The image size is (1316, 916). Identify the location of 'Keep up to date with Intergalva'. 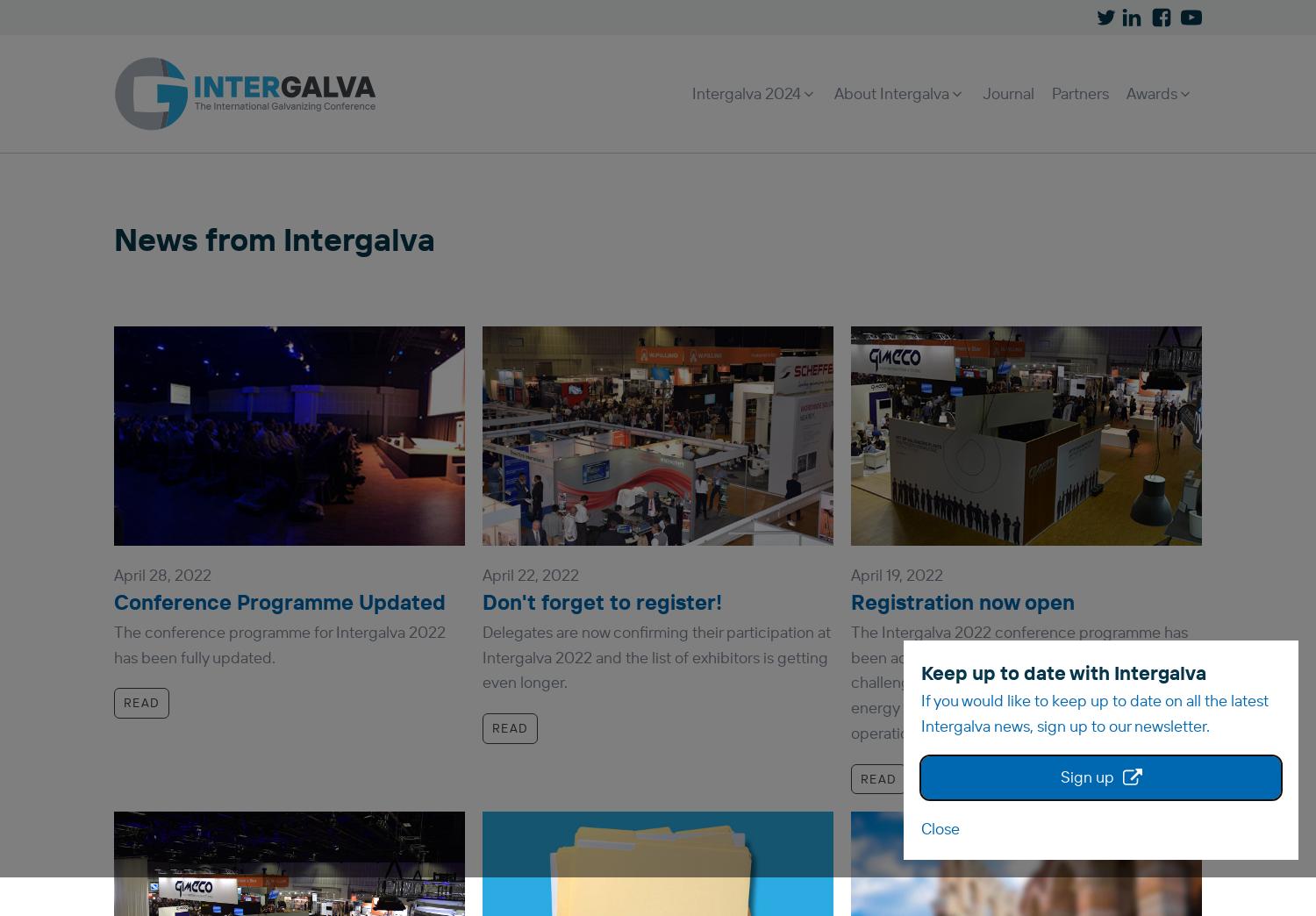
(1062, 671).